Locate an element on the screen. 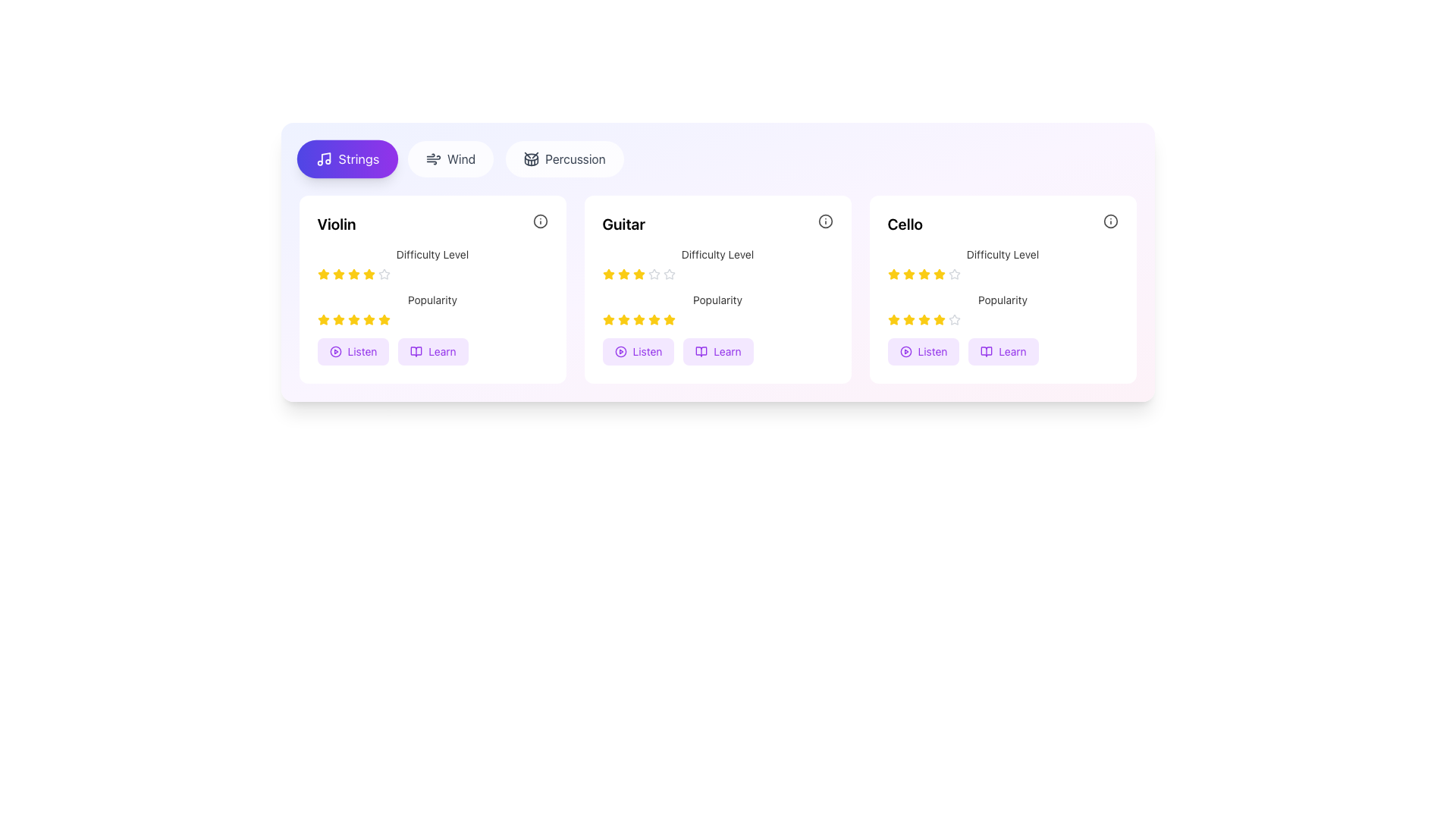 The height and width of the screenshot is (819, 1456). the yellow filled star-shaped rating icon located in the third card under the 'Cello' heading, which is the first star in the horizontal row of rating icons is located at coordinates (893, 275).